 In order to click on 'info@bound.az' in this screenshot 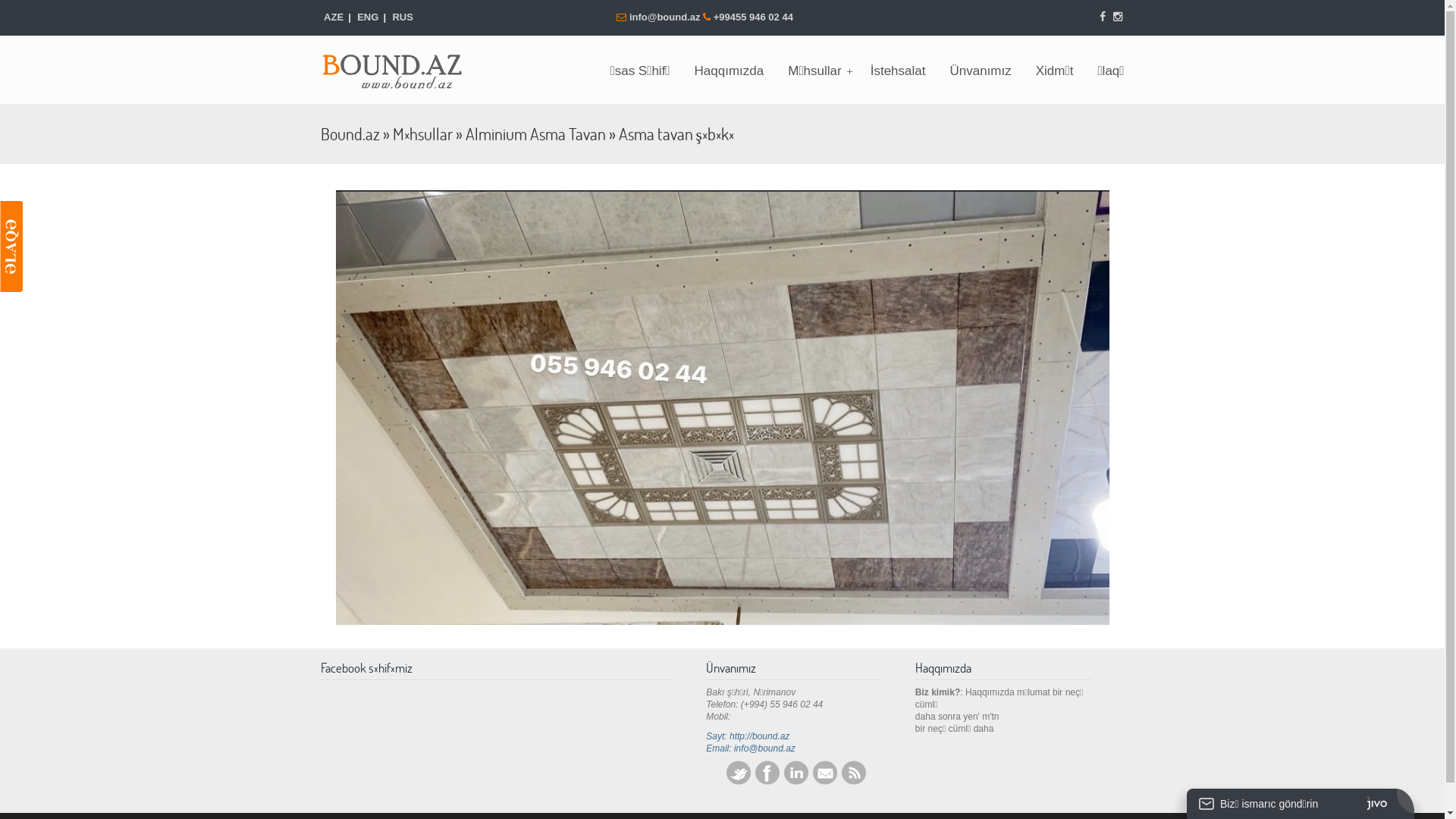, I will do `click(629, 17)`.